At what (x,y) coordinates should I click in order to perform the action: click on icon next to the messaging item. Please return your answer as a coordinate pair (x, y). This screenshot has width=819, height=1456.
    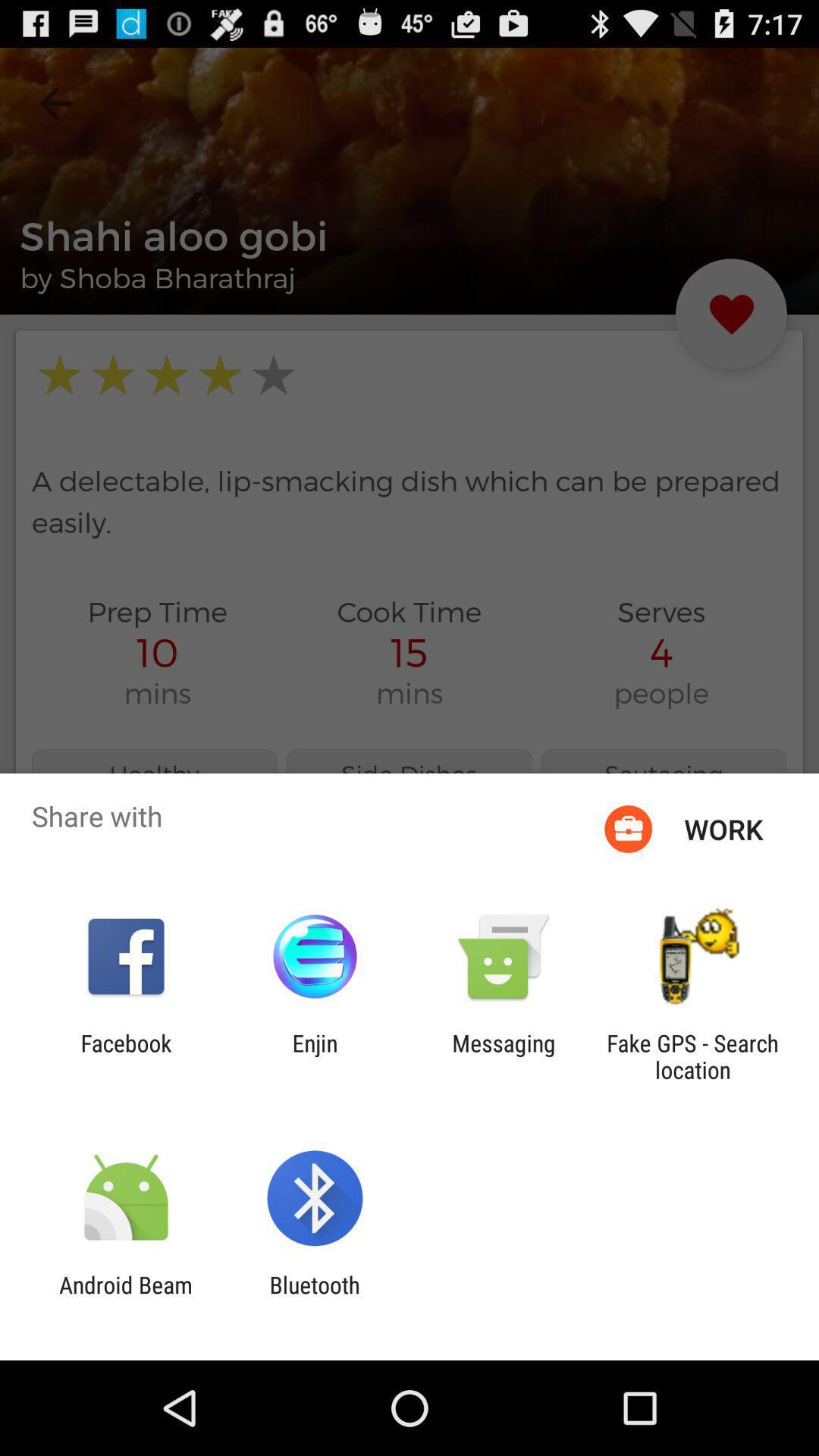
    Looking at the image, I should click on (314, 1056).